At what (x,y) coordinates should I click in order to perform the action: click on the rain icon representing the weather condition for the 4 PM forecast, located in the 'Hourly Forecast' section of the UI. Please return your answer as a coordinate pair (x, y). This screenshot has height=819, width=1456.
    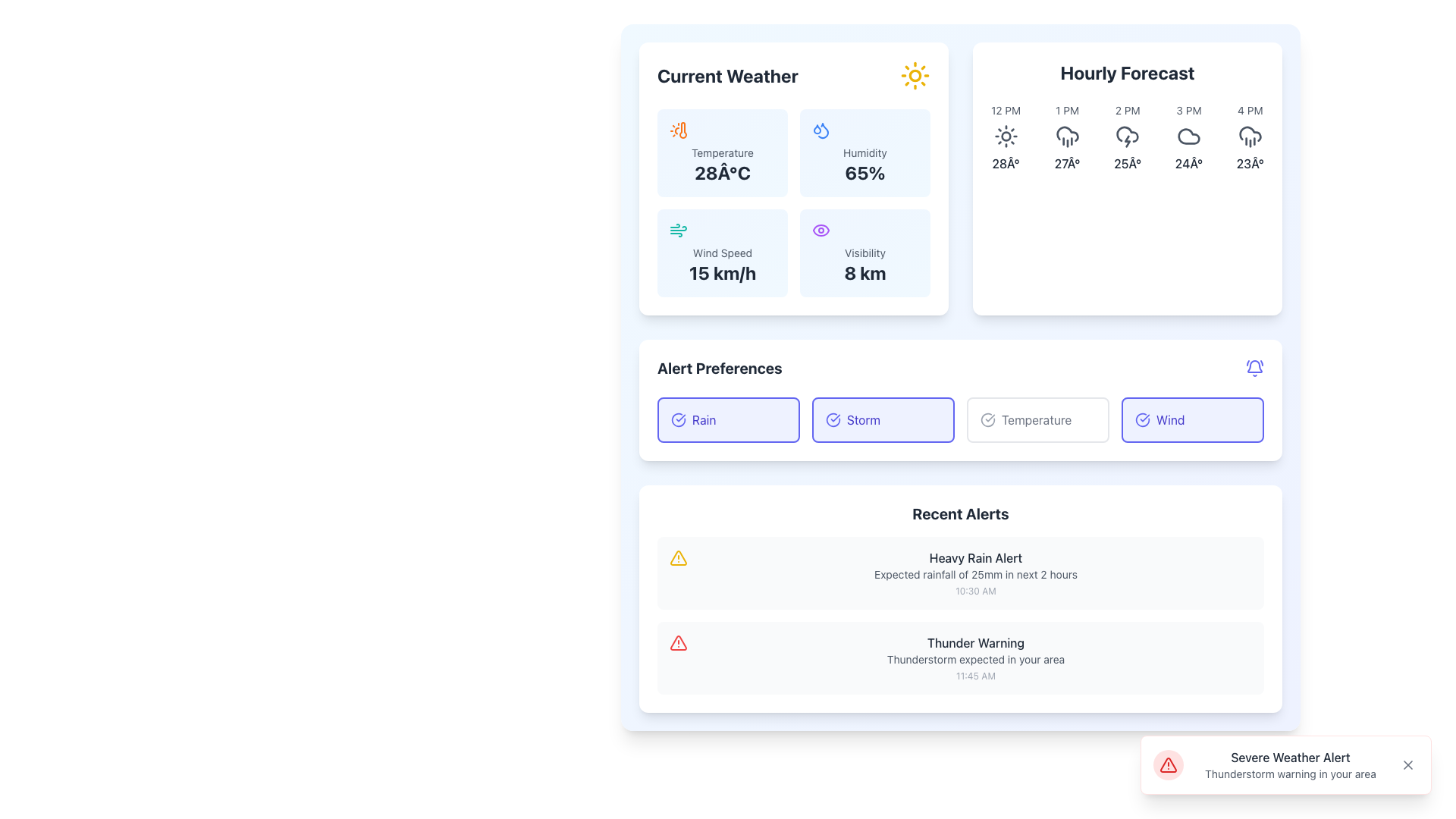
    Looking at the image, I should click on (1250, 136).